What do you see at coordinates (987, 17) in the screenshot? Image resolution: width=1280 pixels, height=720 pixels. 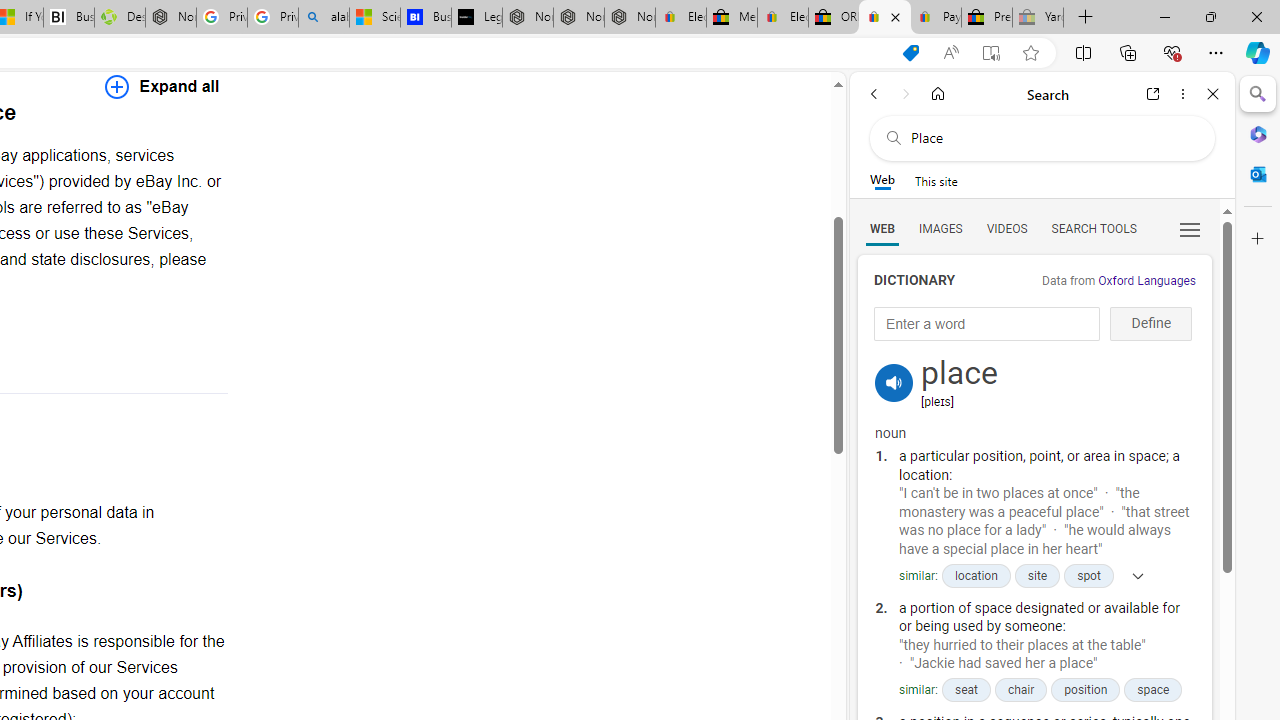 I see `'Press Room - eBay Inc.'` at bounding box center [987, 17].